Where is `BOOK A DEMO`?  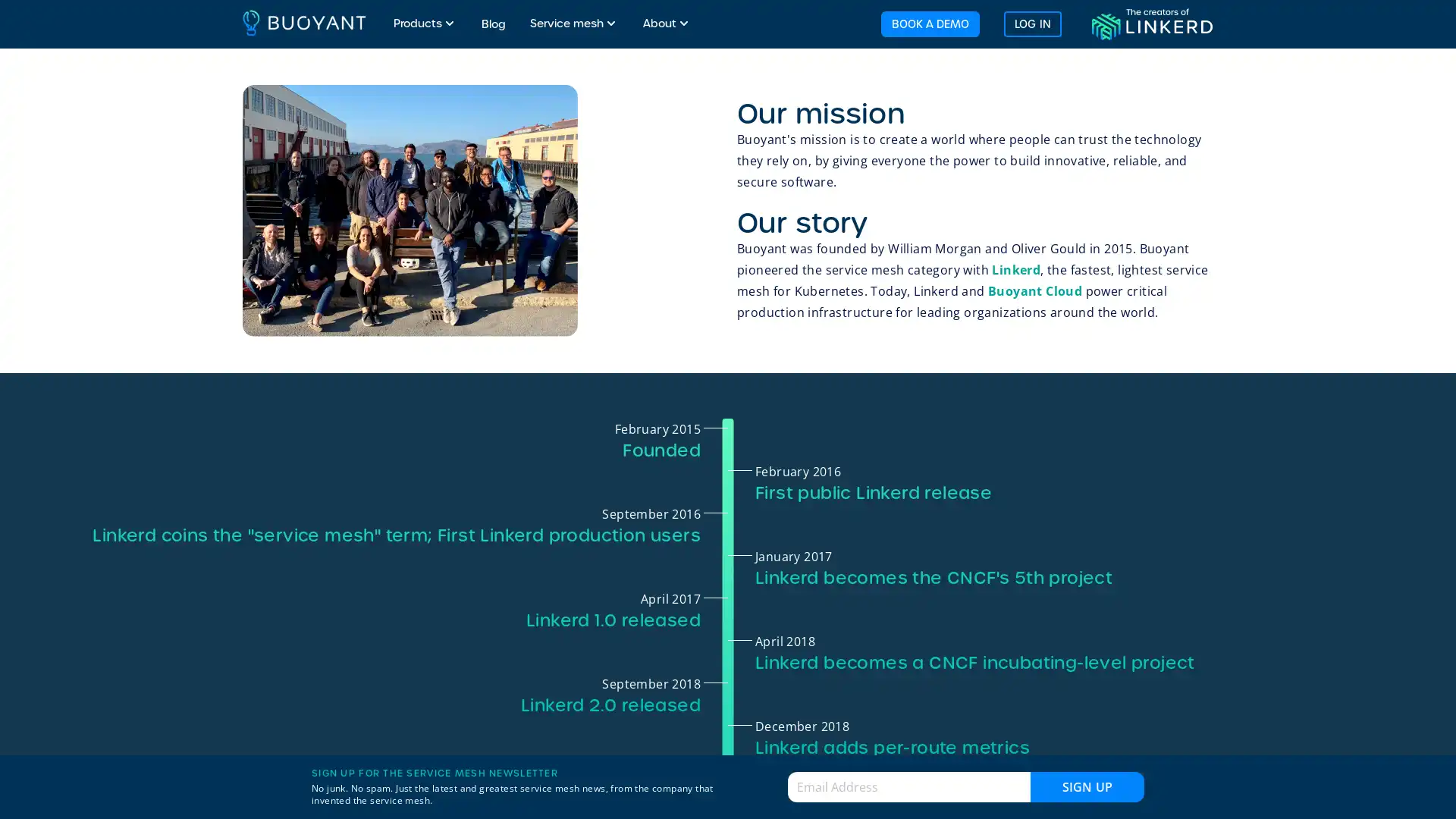 BOOK A DEMO is located at coordinates (928, 23).